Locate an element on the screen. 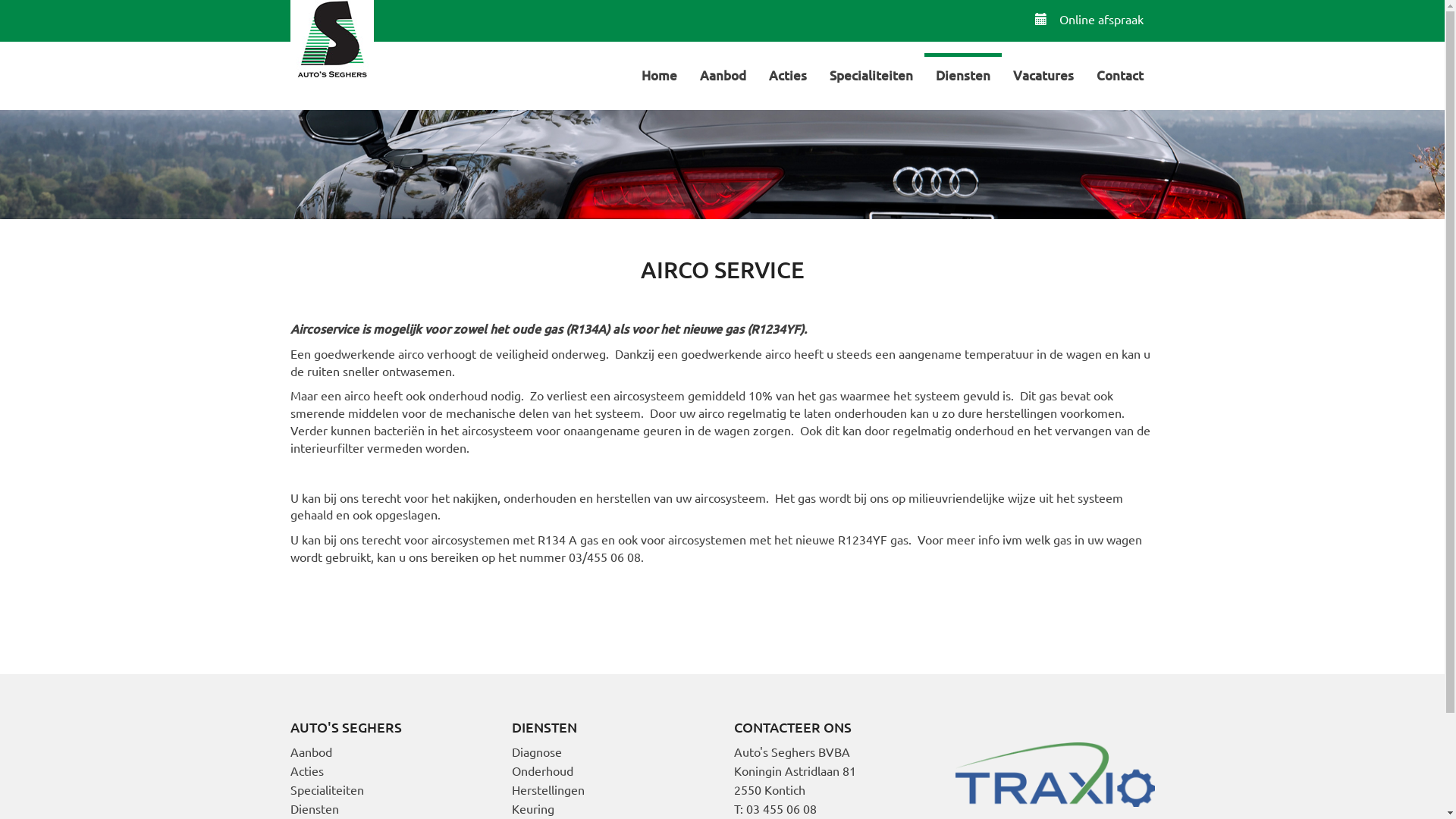  'Home' is located at coordinates (629, 74).